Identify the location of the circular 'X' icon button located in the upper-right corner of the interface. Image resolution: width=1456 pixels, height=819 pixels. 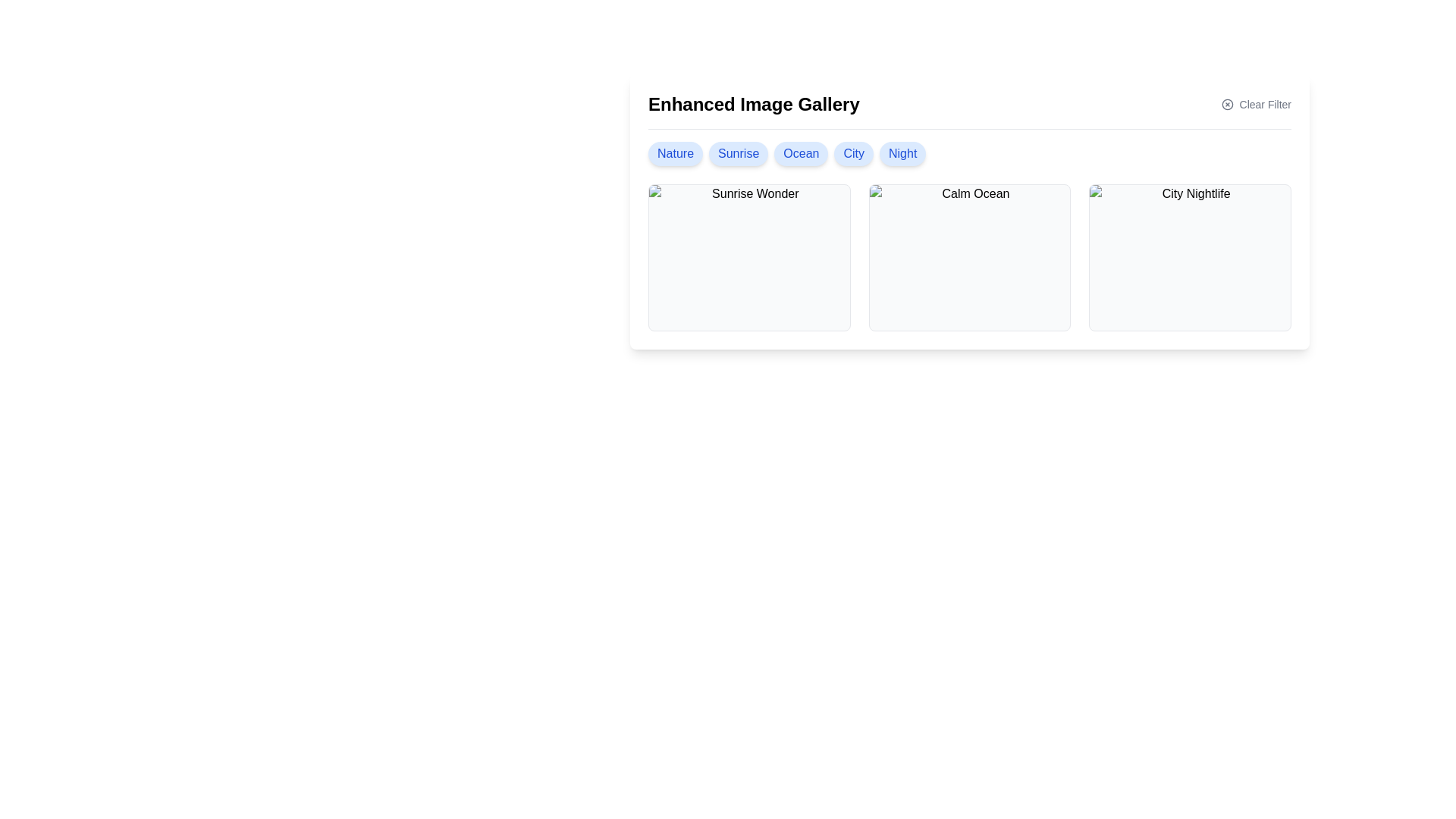
(1227, 104).